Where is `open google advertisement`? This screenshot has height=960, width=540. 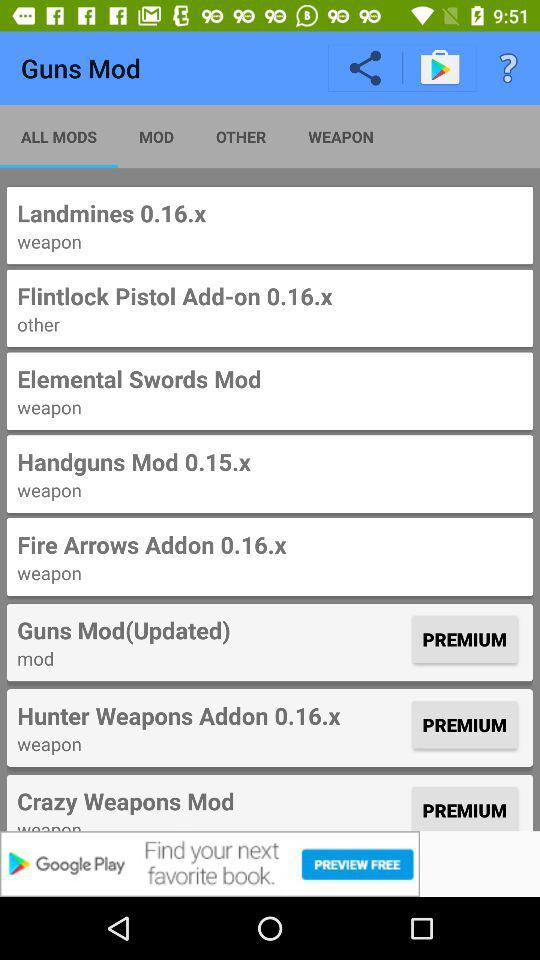 open google advertisement is located at coordinates (270, 863).